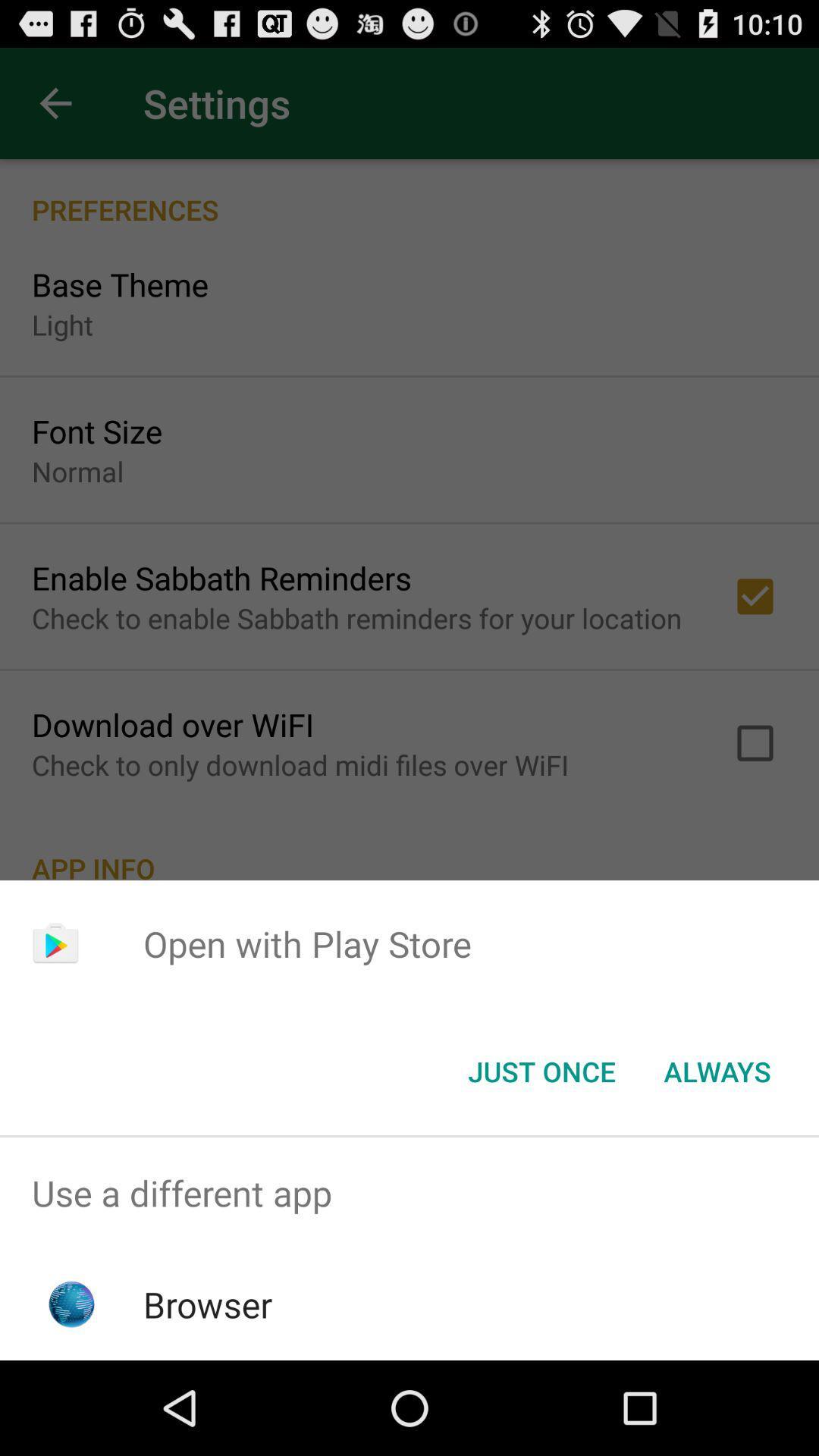 The width and height of the screenshot is (819, 1456). I want to click on always, so click(717, 1070).